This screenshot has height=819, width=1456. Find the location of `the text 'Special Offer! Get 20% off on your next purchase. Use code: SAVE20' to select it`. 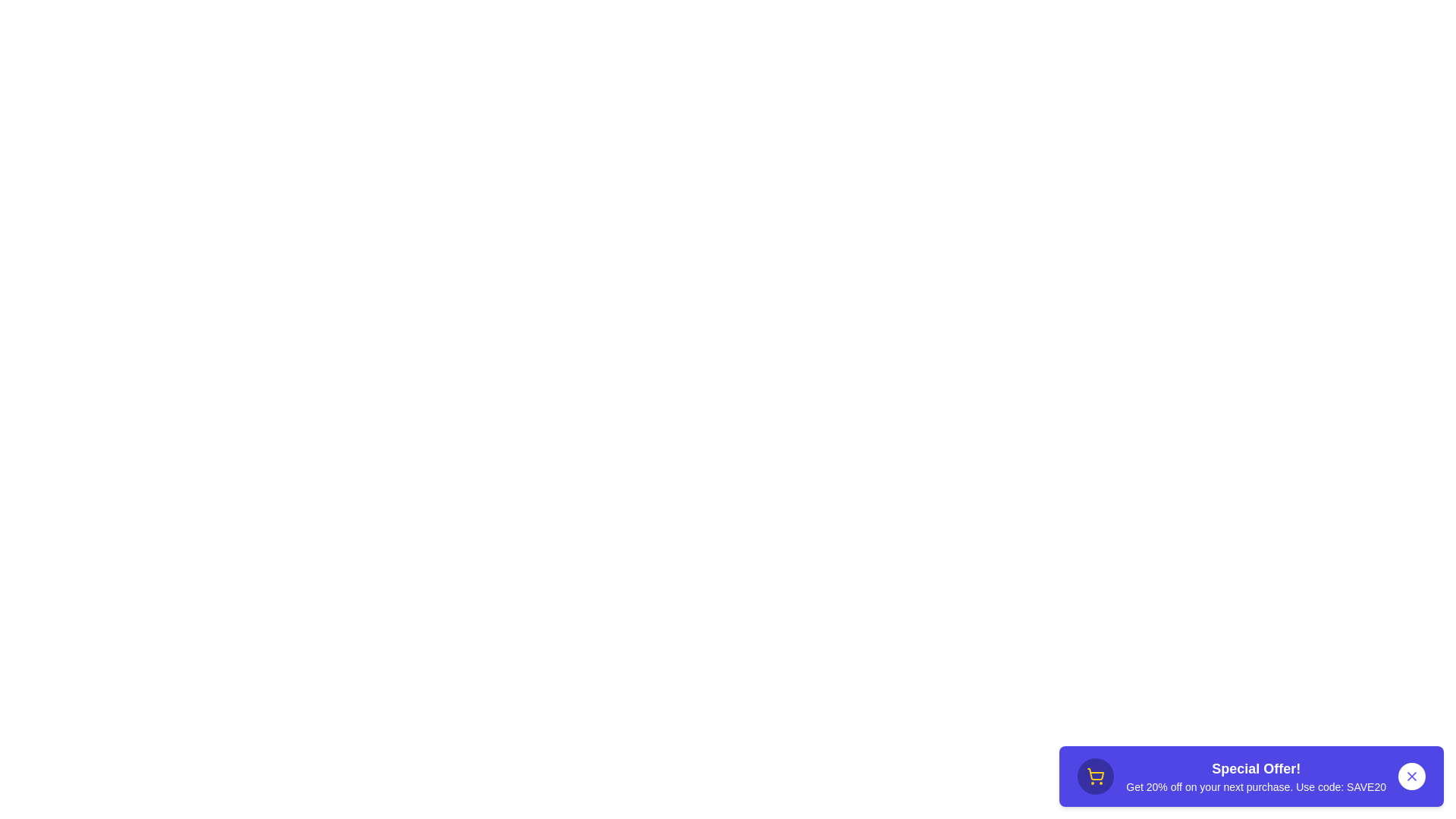

the text 'Special Offer! Get 20% off on your next purchase. Use code: SAVE20' to select it is located at coordinates (1251, 776).